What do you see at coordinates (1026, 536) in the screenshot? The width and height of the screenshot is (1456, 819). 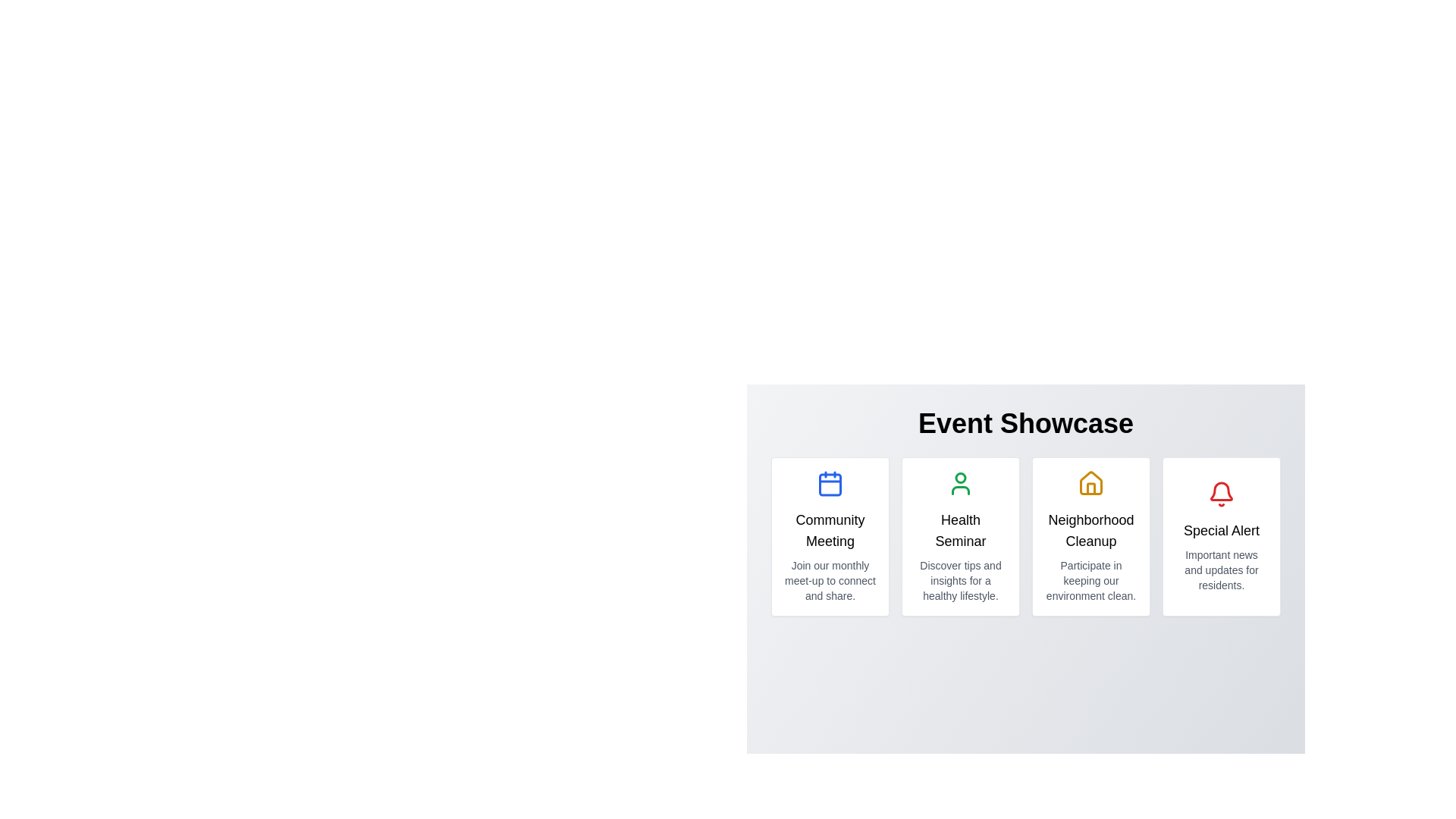 I see `the third section of the Grid layout below the 'Event Showcase' title` at bounding box center [1026, 536].